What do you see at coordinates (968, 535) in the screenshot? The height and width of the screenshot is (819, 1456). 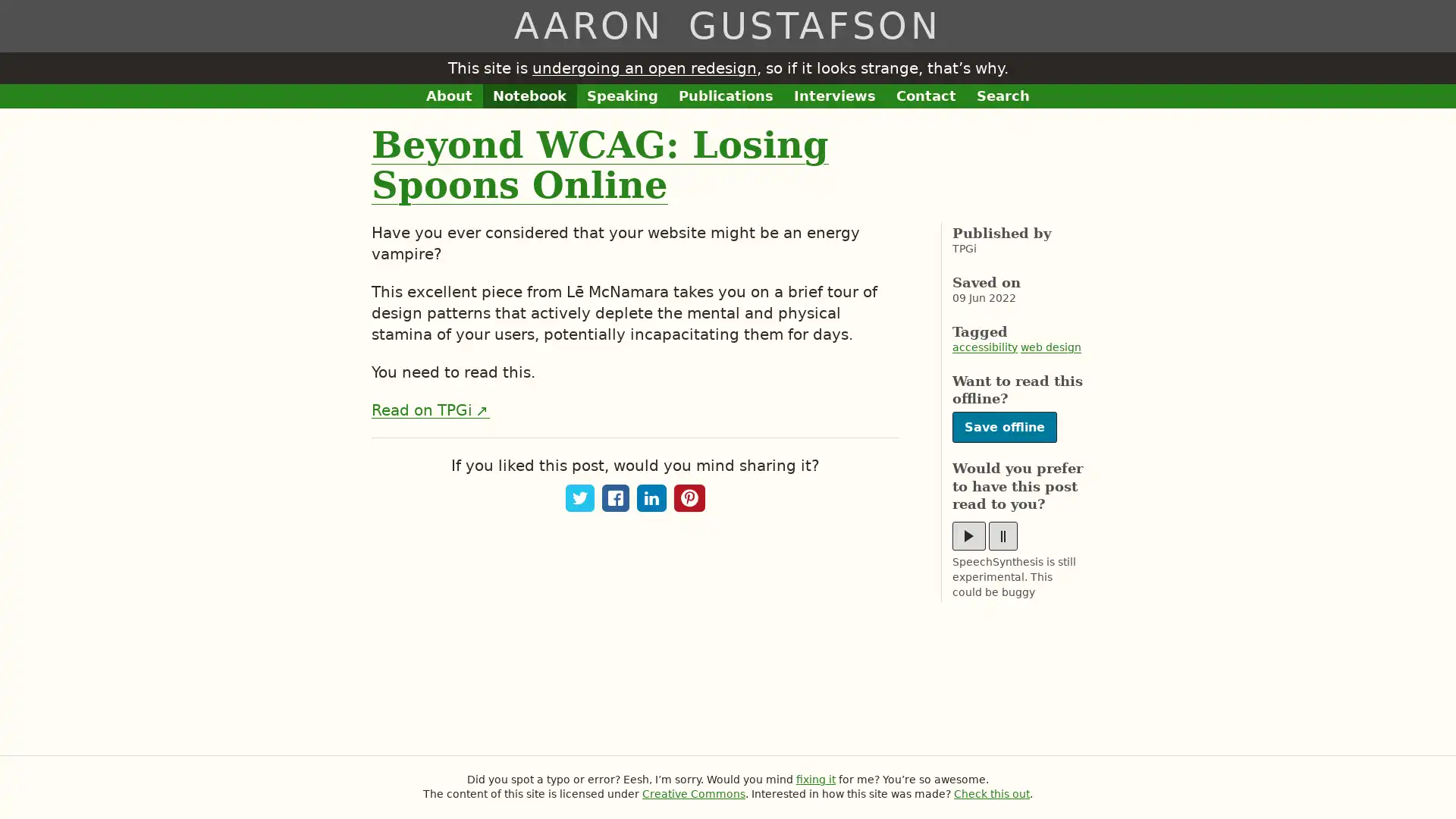 I see `Play` at bounding box center [968, 535].